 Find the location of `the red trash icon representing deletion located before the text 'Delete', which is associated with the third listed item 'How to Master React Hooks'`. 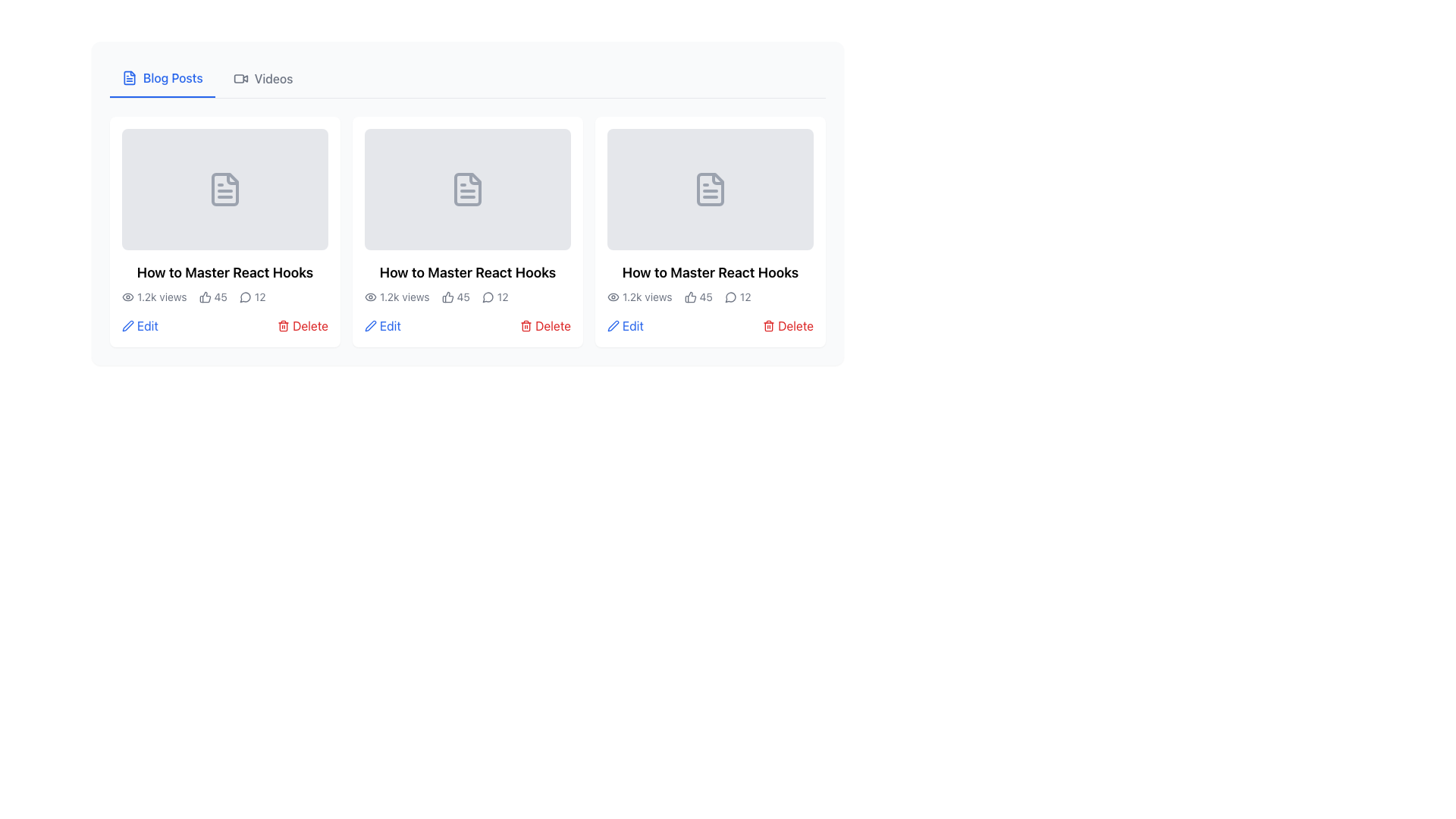

the red trash icon representing deletion located before the text 'Delete', which is associated with the third listed item 'How to Master React Hooks' is located at coordinates (526, 325).